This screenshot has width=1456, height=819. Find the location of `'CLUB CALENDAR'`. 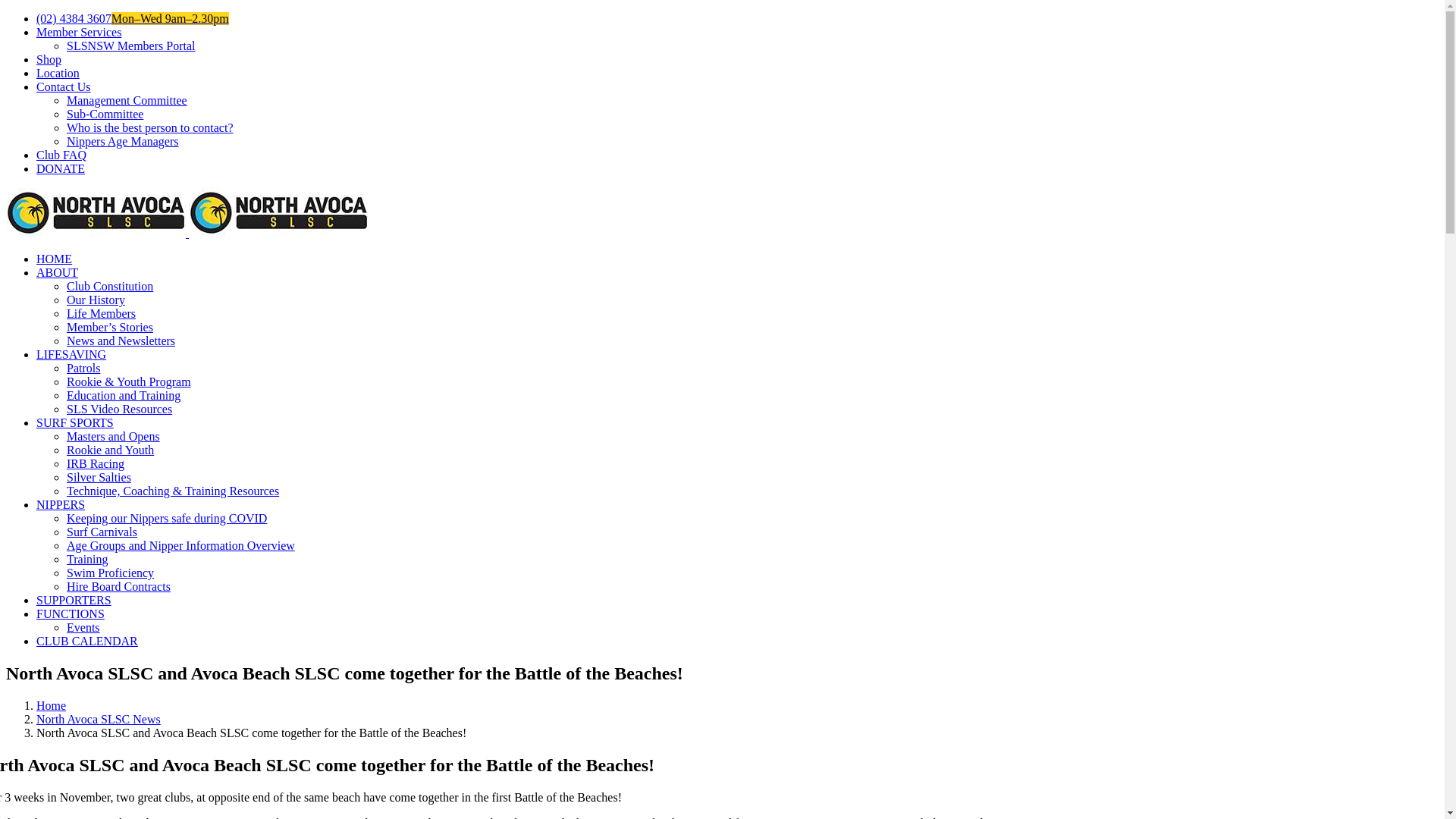

'CLUB CALENDAR' is located at coordinates (86, 641).